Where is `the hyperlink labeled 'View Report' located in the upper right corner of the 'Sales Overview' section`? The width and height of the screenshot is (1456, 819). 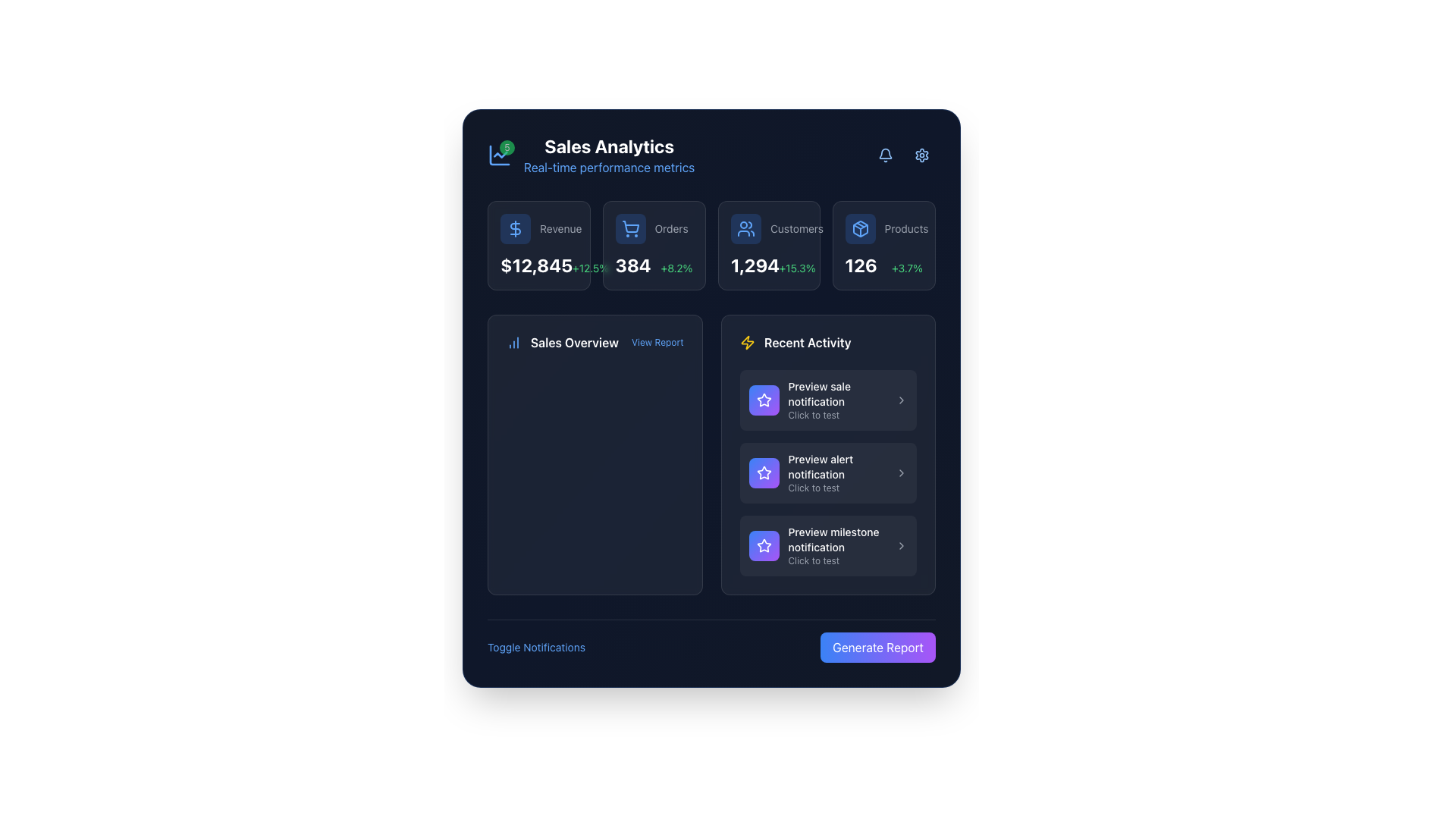
the hyperlink labeled 'View Report' located in the upper right corner of the 'Sales Overview' section is located at coordinates (657, 342).